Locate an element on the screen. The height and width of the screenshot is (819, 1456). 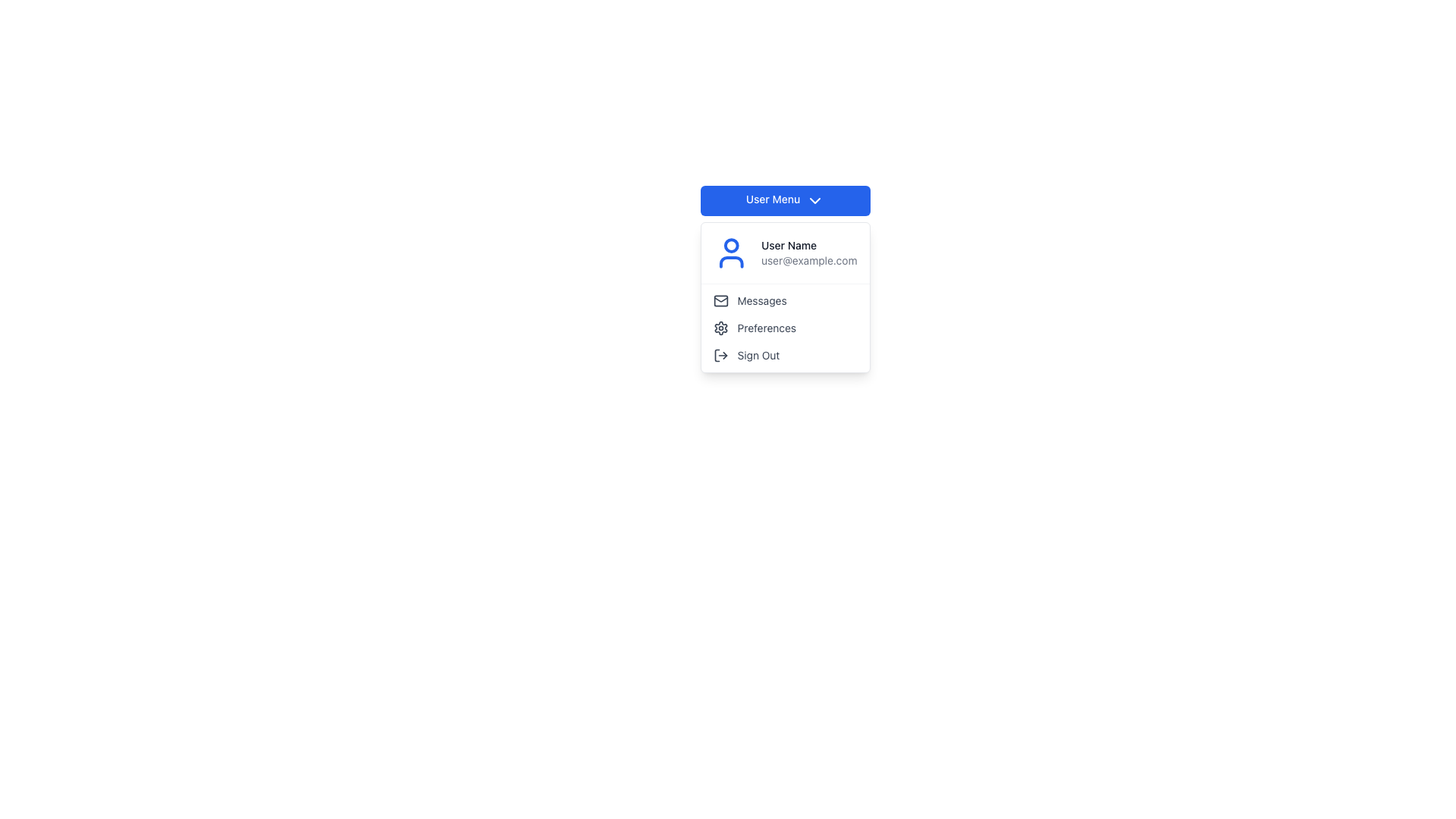
the rectangular envelope icon located beside the 'Messages' label in the dropdown menu under 'User Menu' is located at coordinates (720, 301).